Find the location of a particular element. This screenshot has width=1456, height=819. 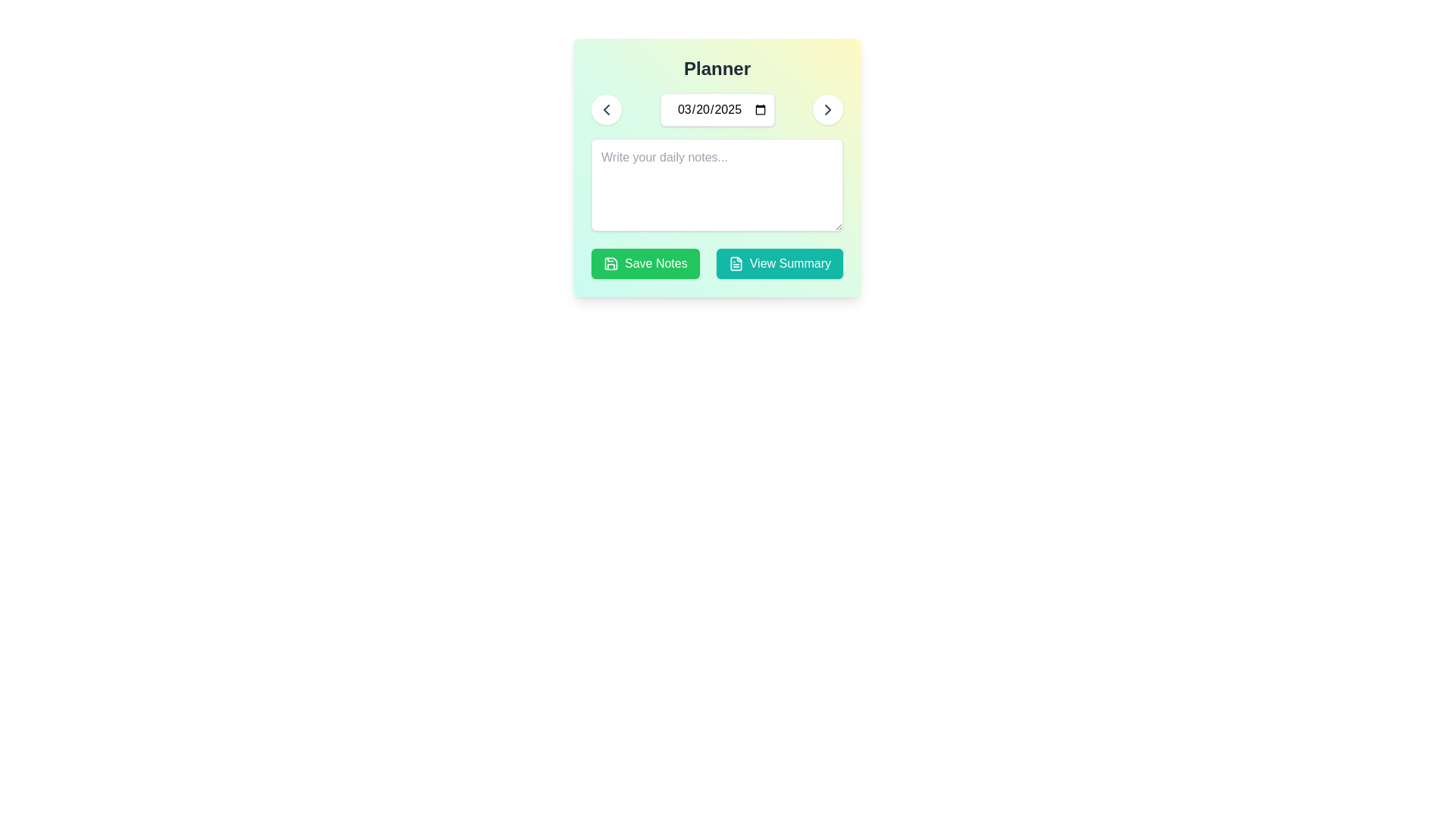

the green save icon that resembles a floppy disk, which is part of the 'Save Notes' button located below the planner input section is located at coordinates (611, 262).